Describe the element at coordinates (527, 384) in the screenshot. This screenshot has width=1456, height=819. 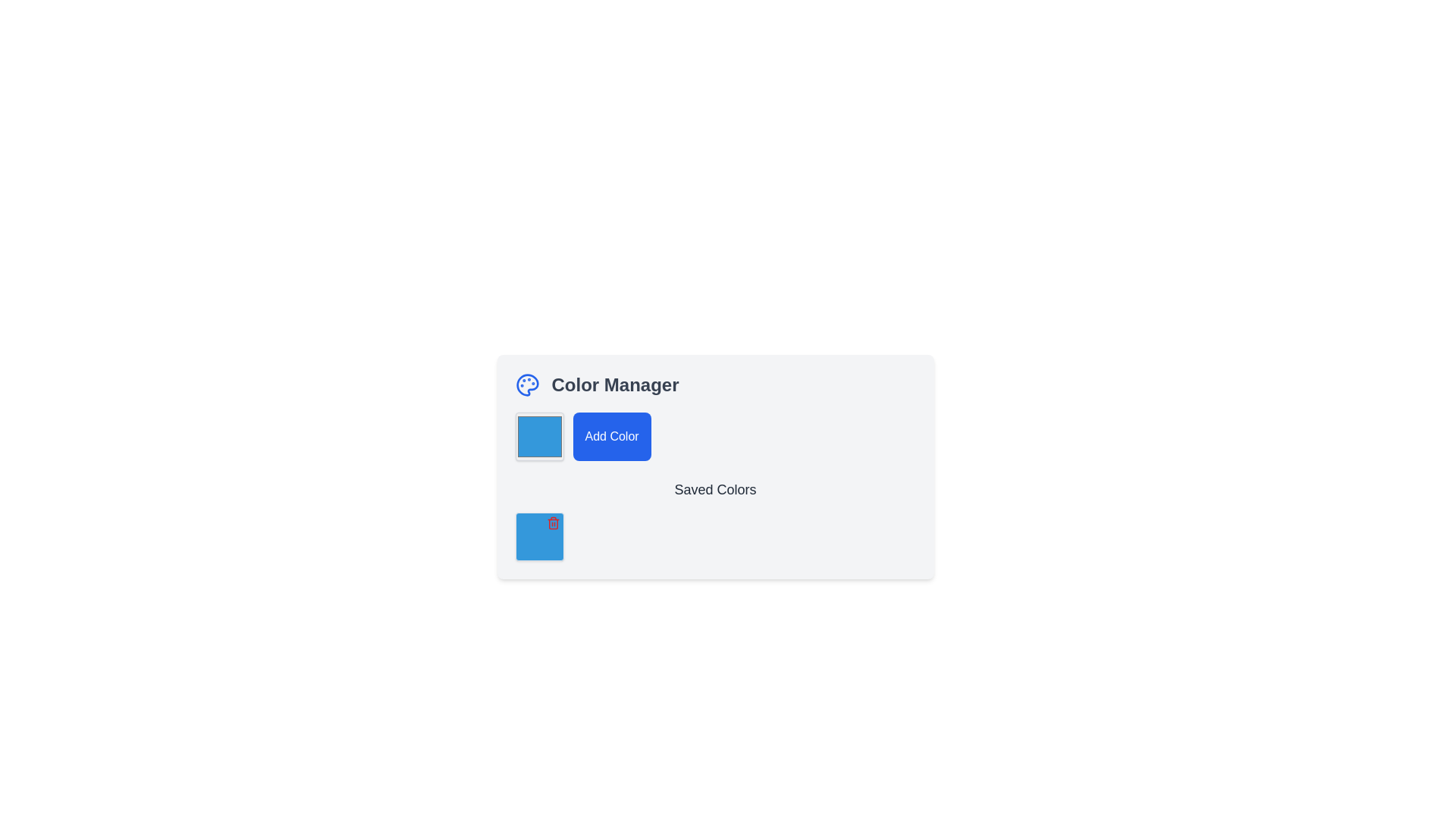
I see `the painter's palette icon located in the top-left quadrant adjacent to the 'Color Manager' title` at that location.